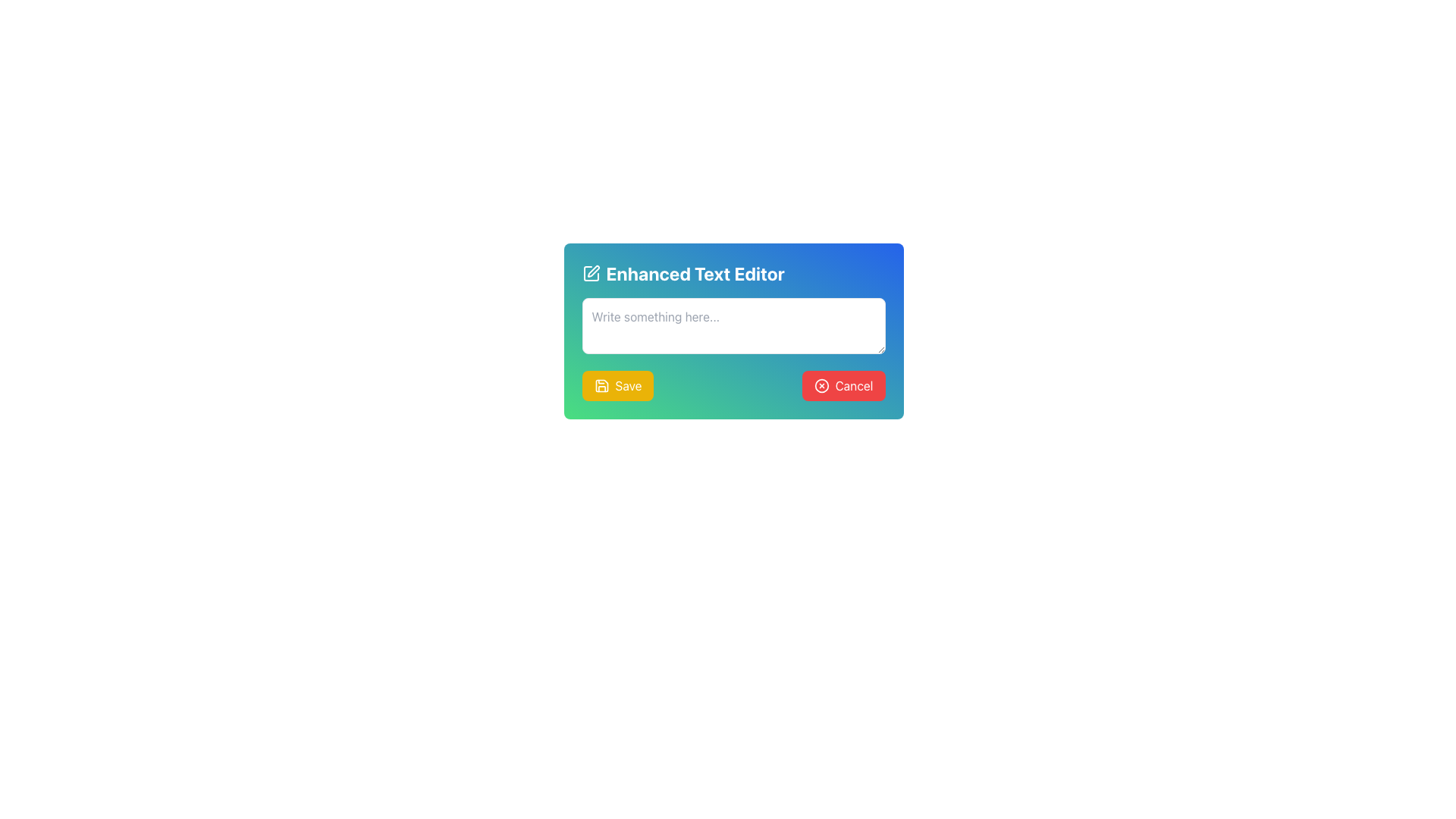  Describe the element at coordinates (618, 385) in the screenshot. I see `the yellow 'Save' button with a floppy disk icon located in the bottom-left corner of the modal interface` at that location.